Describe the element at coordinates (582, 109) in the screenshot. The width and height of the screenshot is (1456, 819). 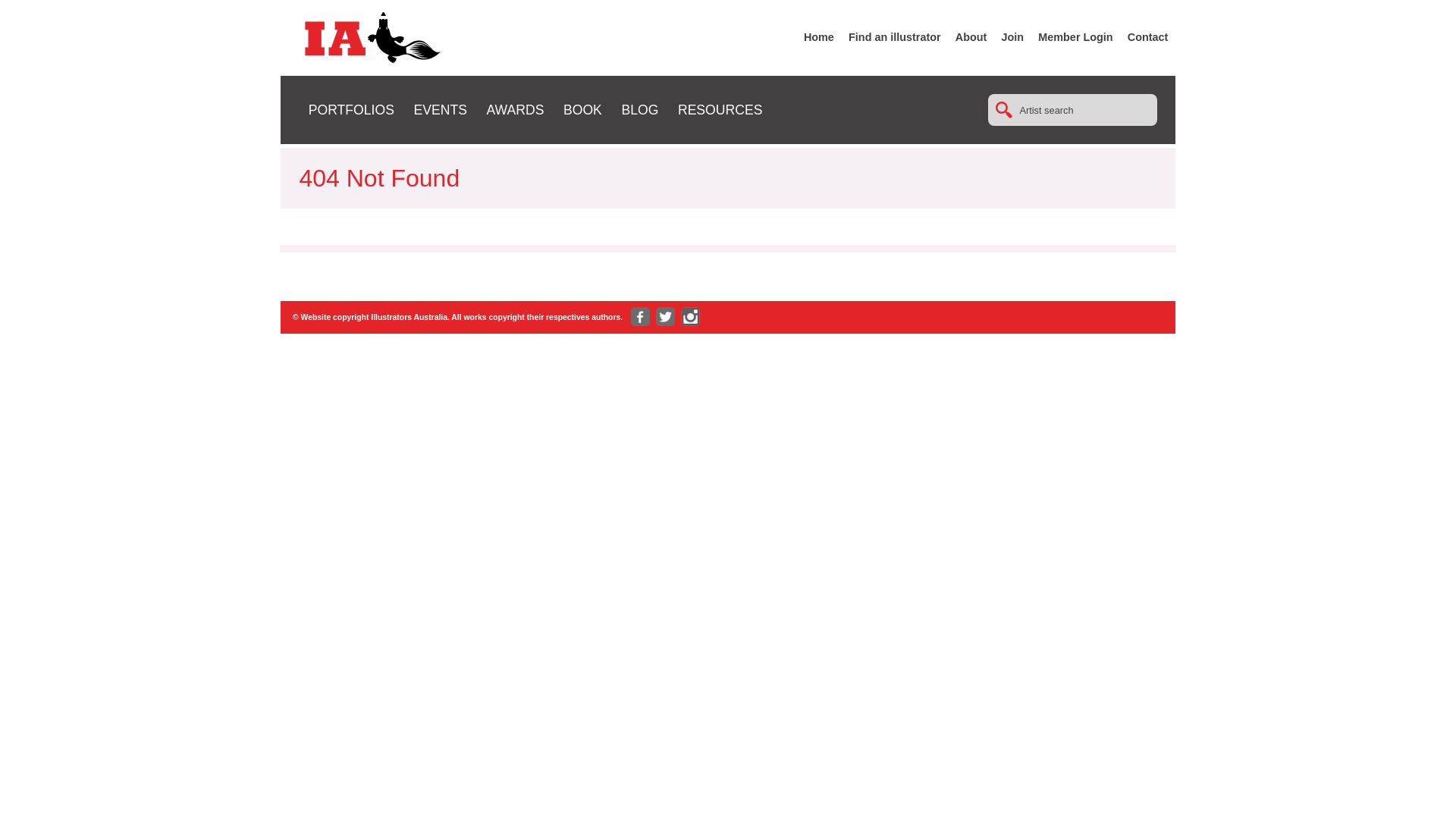
I see `'BOOK'` at that location.